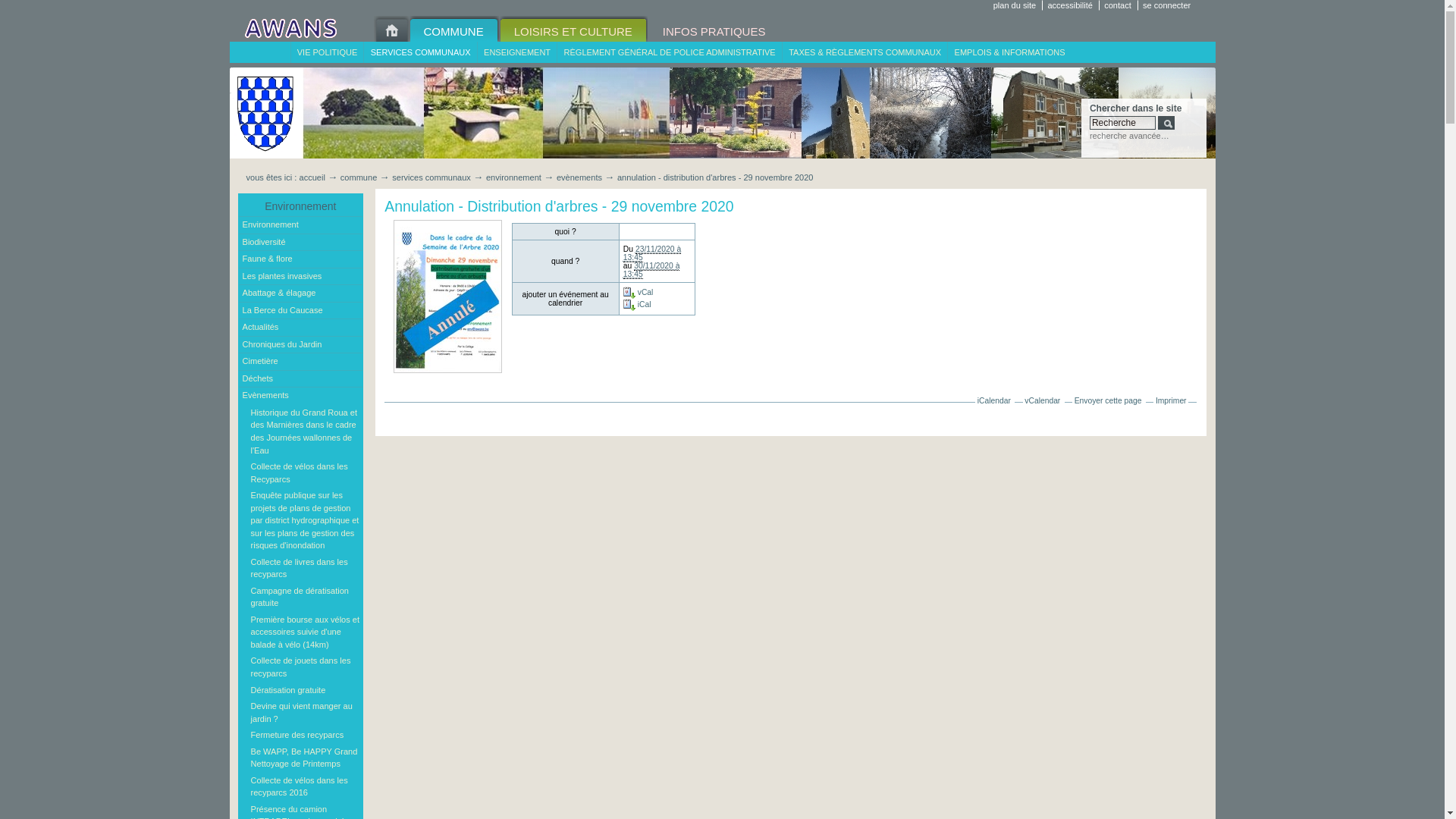 The width and height of the screenshot is (1456, 819). I want to click on 'Collecte de livres dans les recyparcs', so click(304, 568).